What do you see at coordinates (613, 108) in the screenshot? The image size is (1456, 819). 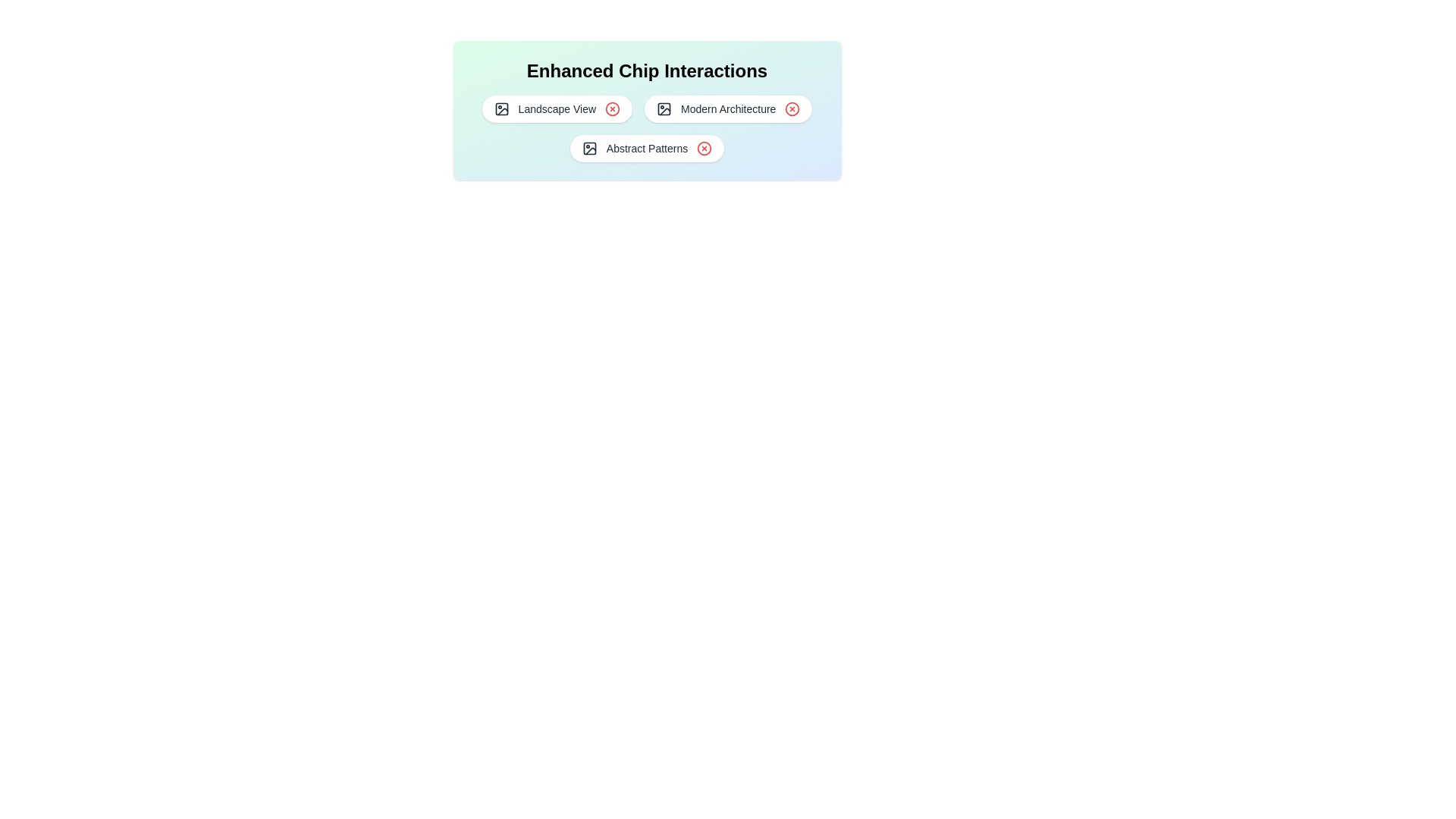 I see `close button on the chip labeled Landscape View to remove it` at bounding box center [613, 108].